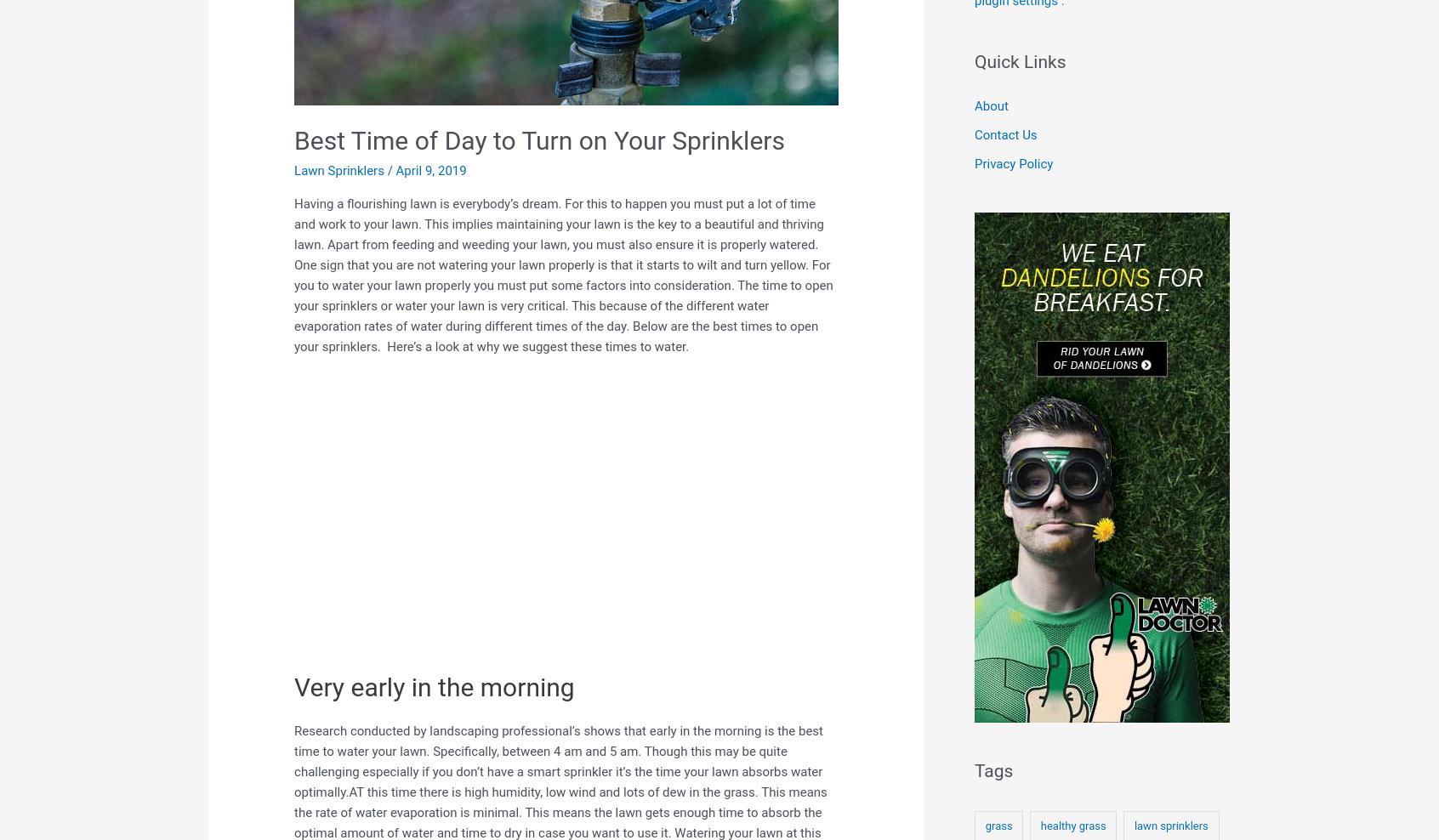 Image resolution: width=1439 pixels, height=840 pixels. What do you see at coordinates (998, 825) in the screenshot?
I see `'grass'` at bounding box center [998, 825].